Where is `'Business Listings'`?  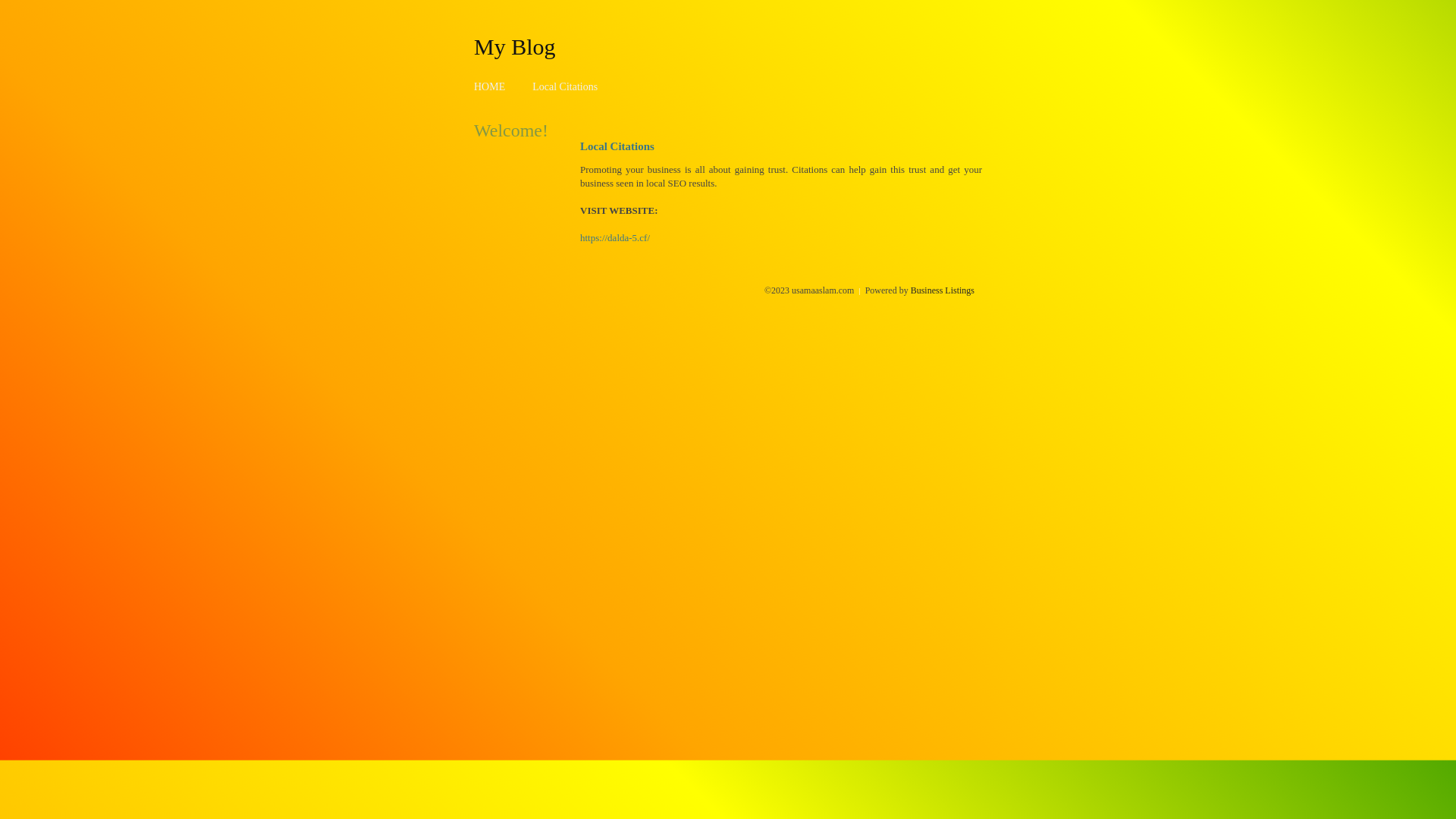
'Business Listings' is located at coordinates (942, 290).